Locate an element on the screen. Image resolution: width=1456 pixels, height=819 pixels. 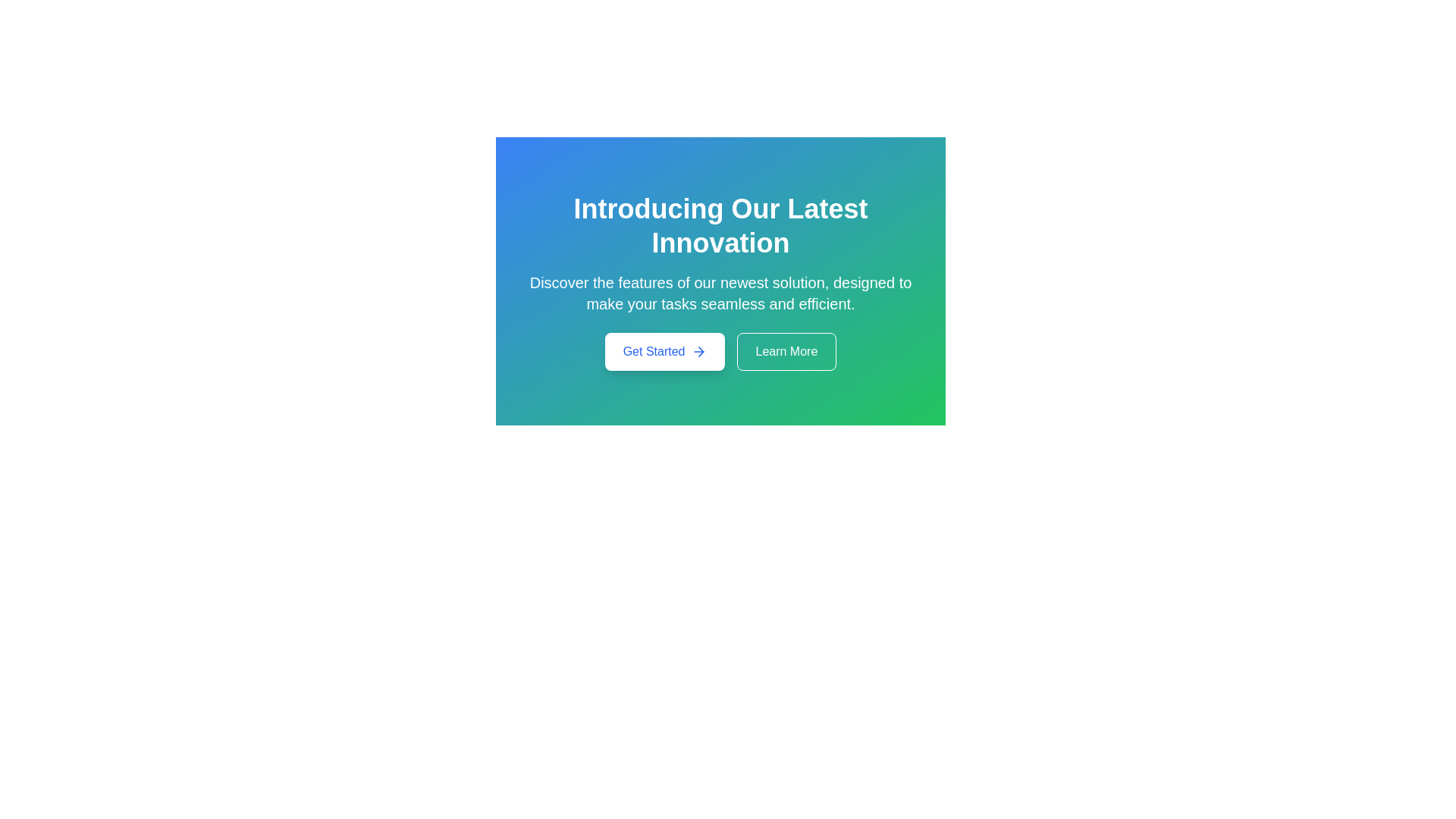
the interactive button on the left side of the horizontal group is located at coordinates (664, 351).